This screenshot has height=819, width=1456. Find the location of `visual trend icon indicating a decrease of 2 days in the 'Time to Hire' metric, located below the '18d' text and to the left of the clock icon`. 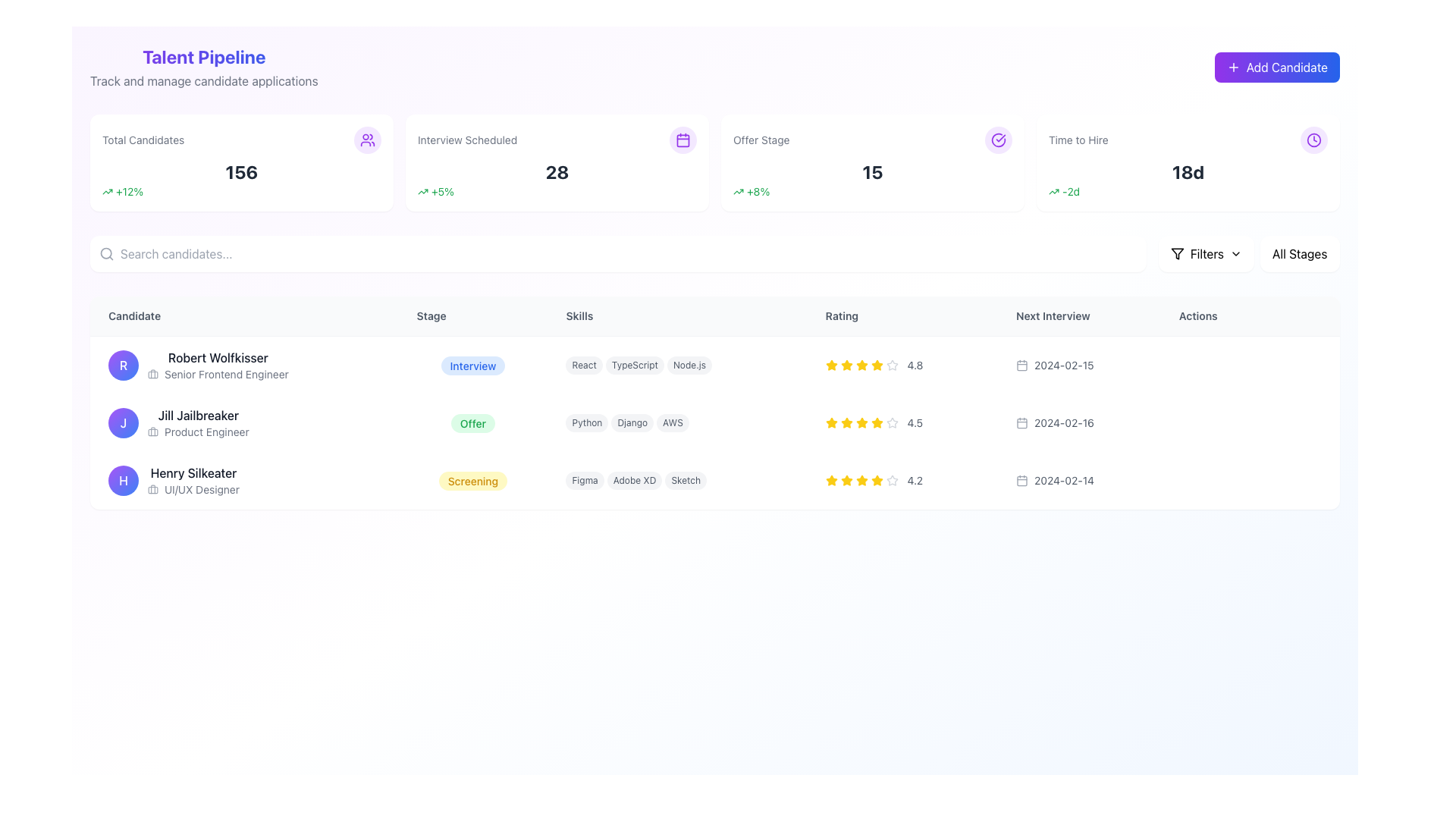

visual trend icon indicating a decrease of 2 days in the 'Time to Hire' metric, located below the '18d' text and to the left of the clock icon is located at coordinates (1187, 191).